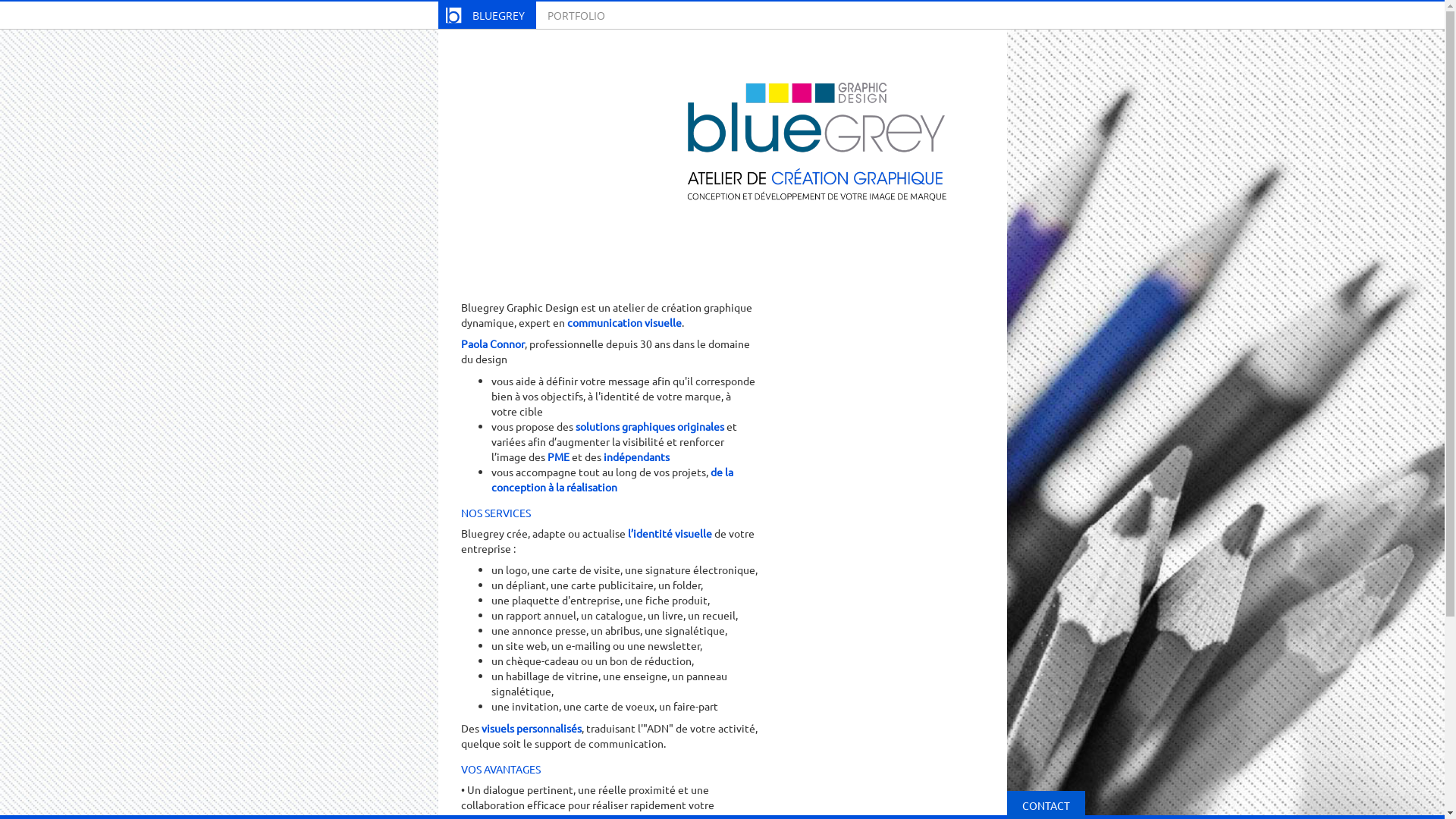  Describe the element at coordinates (535, 14) in the screenshot. I see `'PORTFOLIO'` at that location.